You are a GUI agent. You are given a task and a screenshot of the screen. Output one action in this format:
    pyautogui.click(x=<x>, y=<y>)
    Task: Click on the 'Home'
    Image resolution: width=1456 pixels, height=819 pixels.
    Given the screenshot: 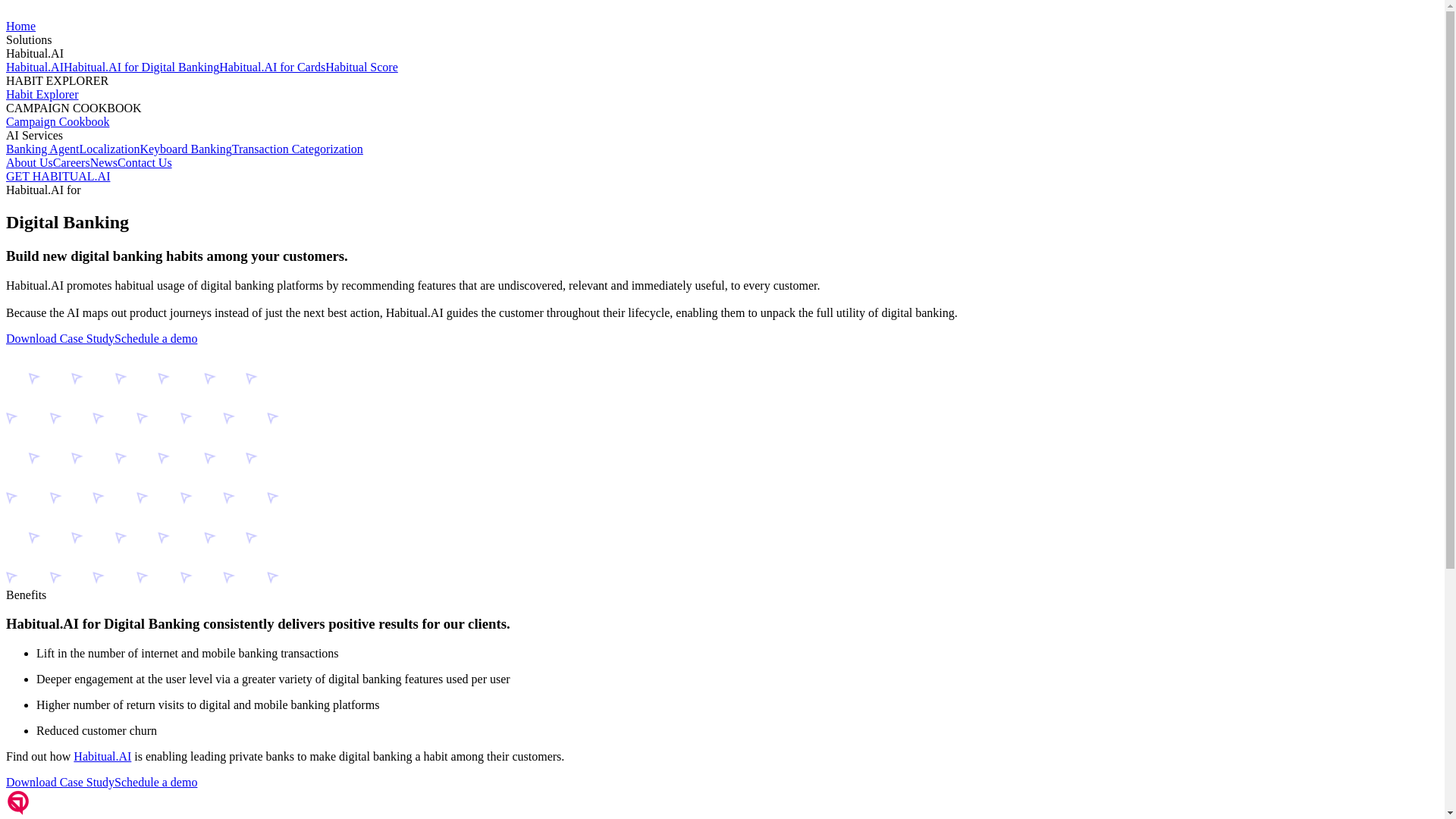 What is the action you would take?
    pyautogui.click(x=20, y=26)
    